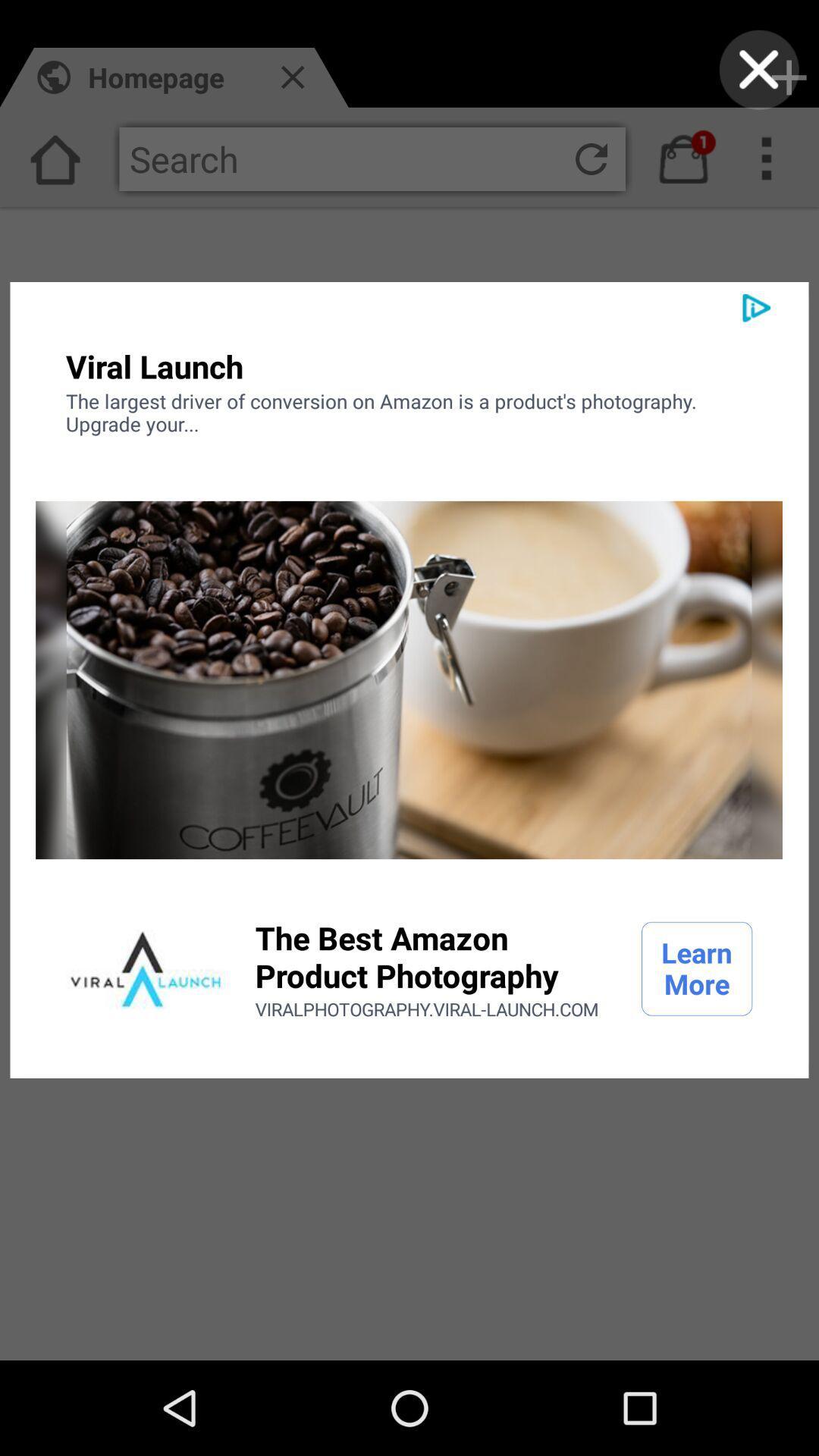  I want to click on the item next to the best amazon icon, so click(697, 968).